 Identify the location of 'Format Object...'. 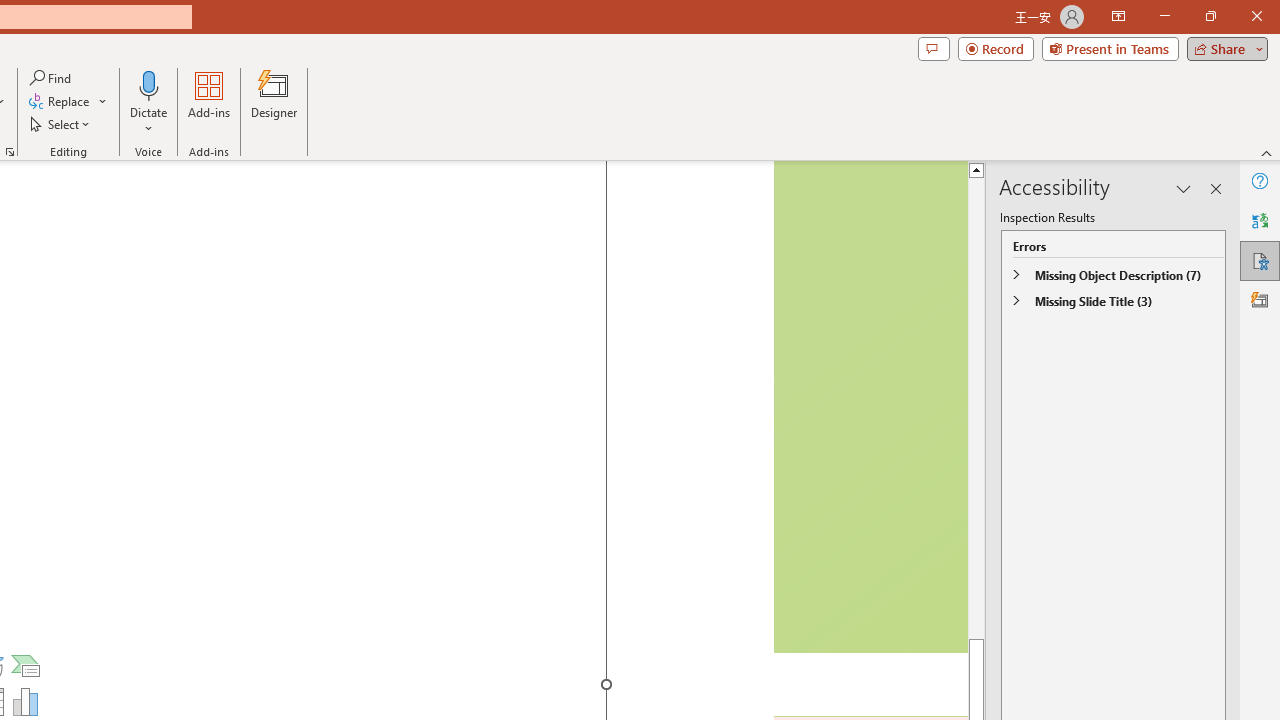
(10, 150).